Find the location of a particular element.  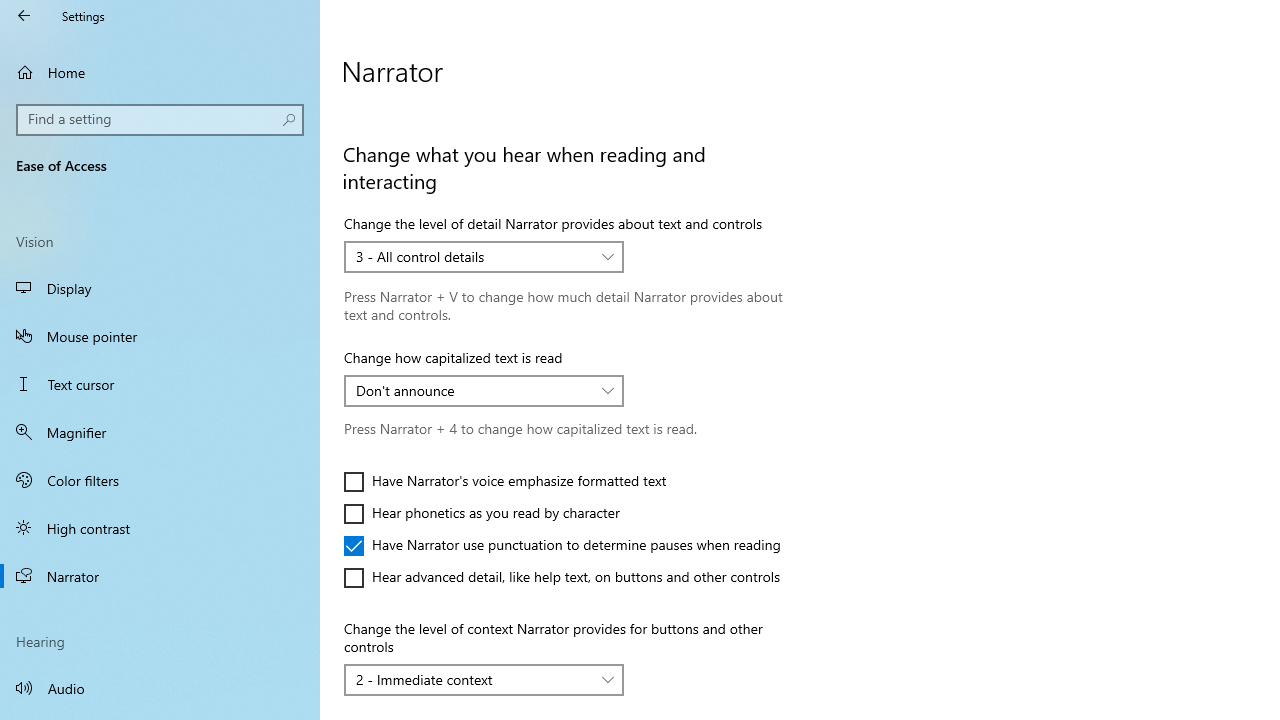

'Back' is located at coordinates (24, 15).